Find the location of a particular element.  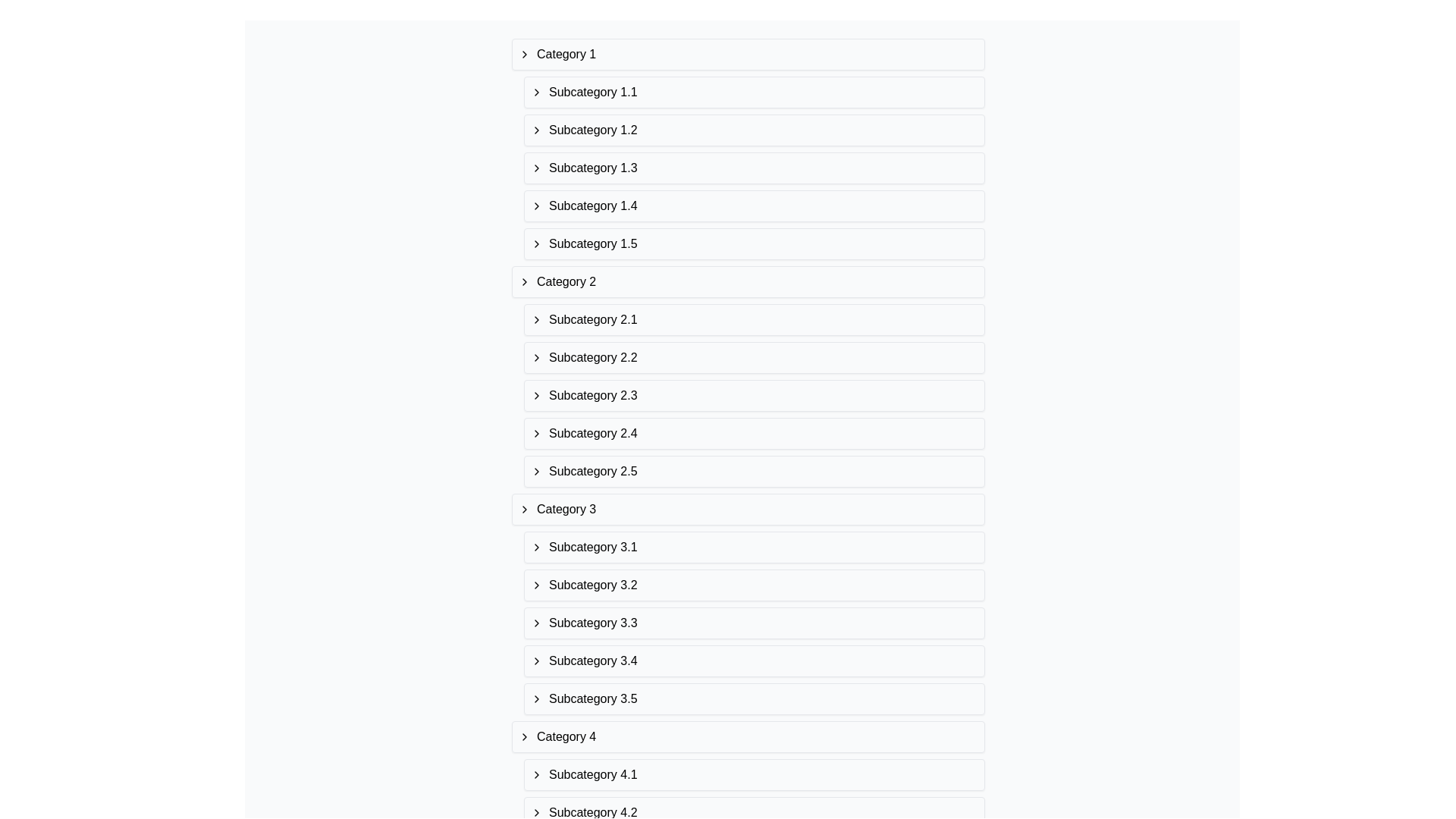

interactive icon for accessibility that serves as a visual indicator to expand details related to 'Subcategory 3.4', located immediately after 'Subcategory 3.3' and before 'Subcategory 3.5' is located at coordinates (537, 660).